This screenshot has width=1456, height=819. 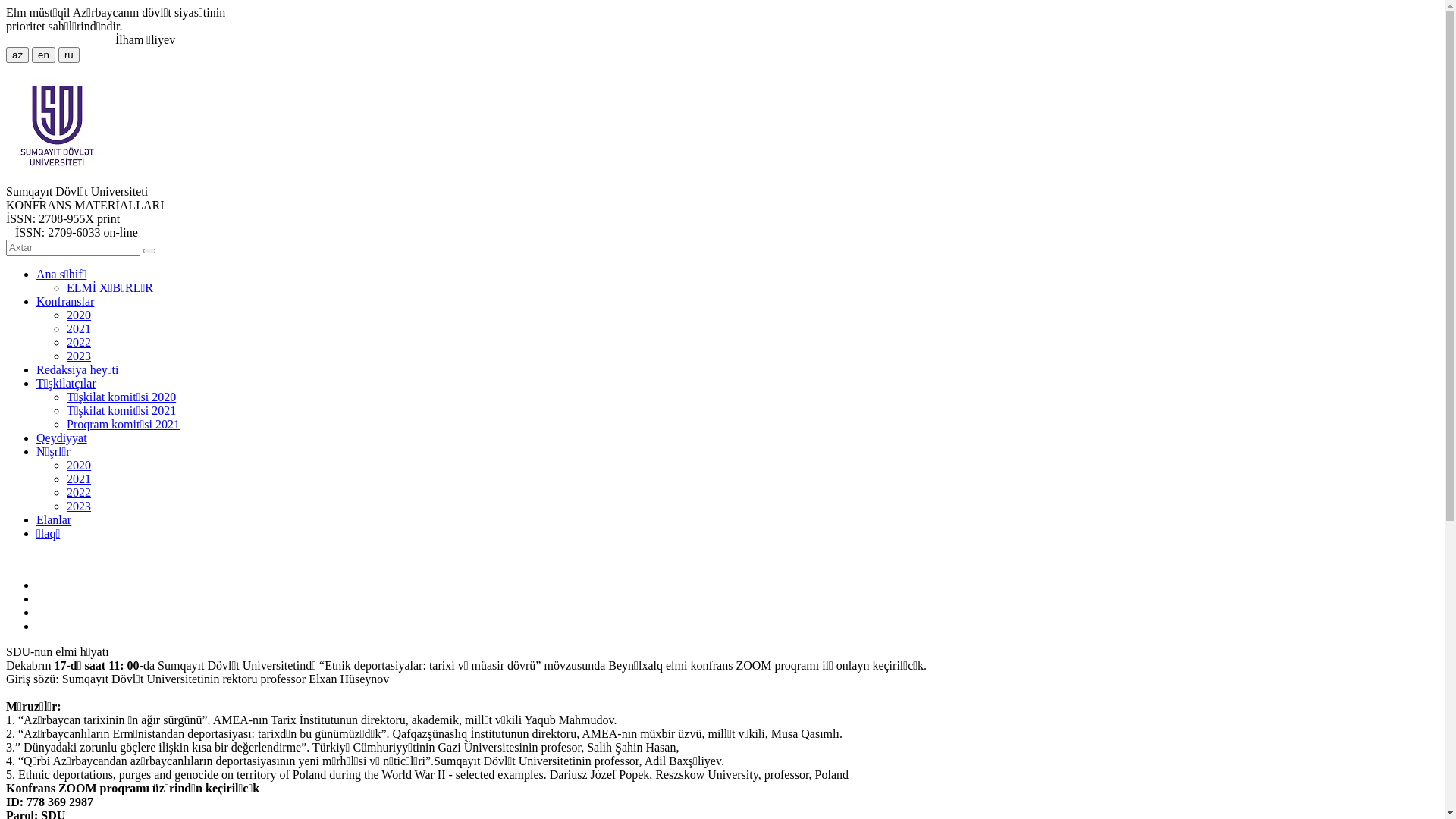 I want to click on '2020', so click(x=65, y=464).